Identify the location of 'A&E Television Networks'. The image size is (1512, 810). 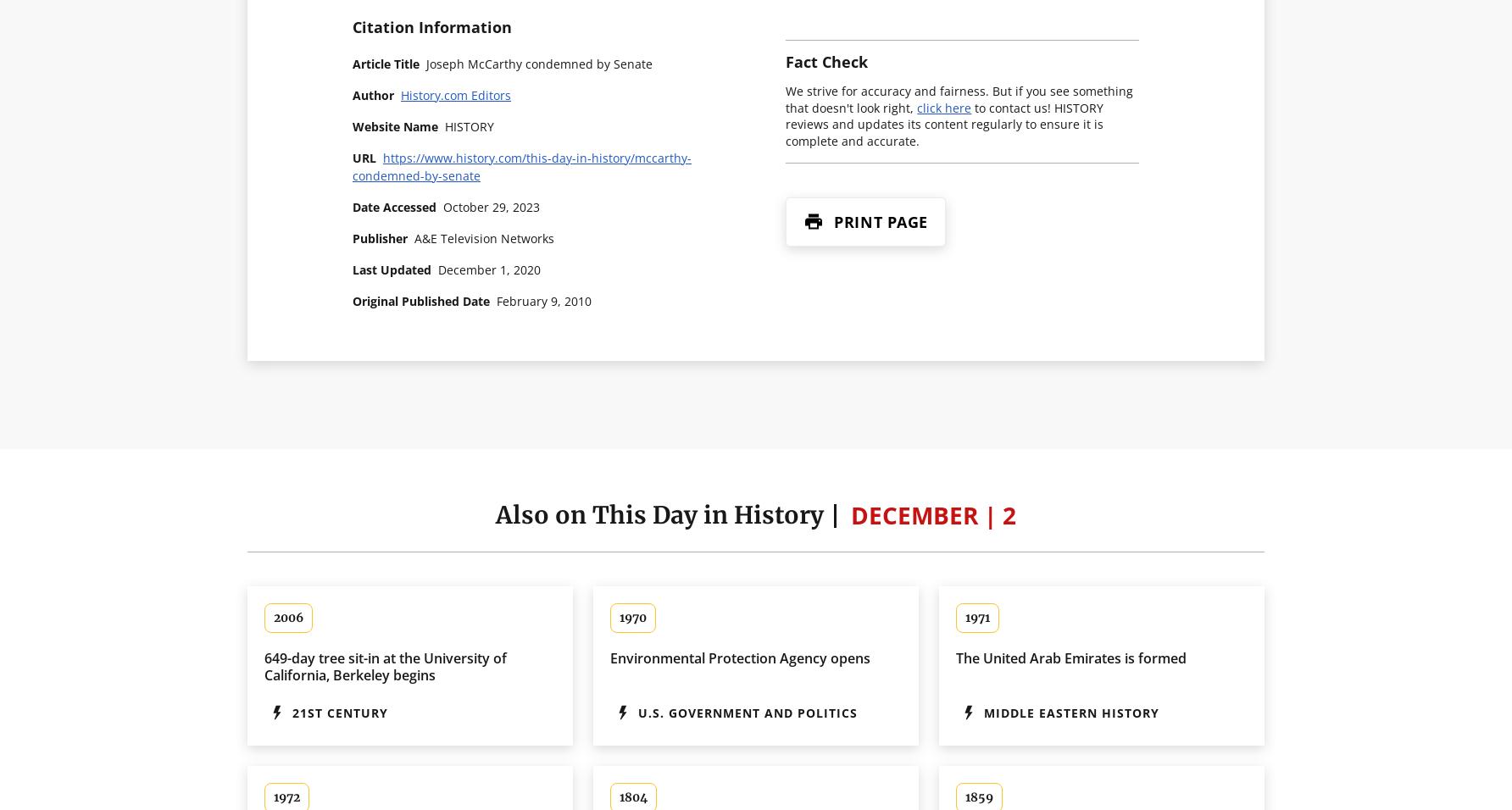
(483, 237).